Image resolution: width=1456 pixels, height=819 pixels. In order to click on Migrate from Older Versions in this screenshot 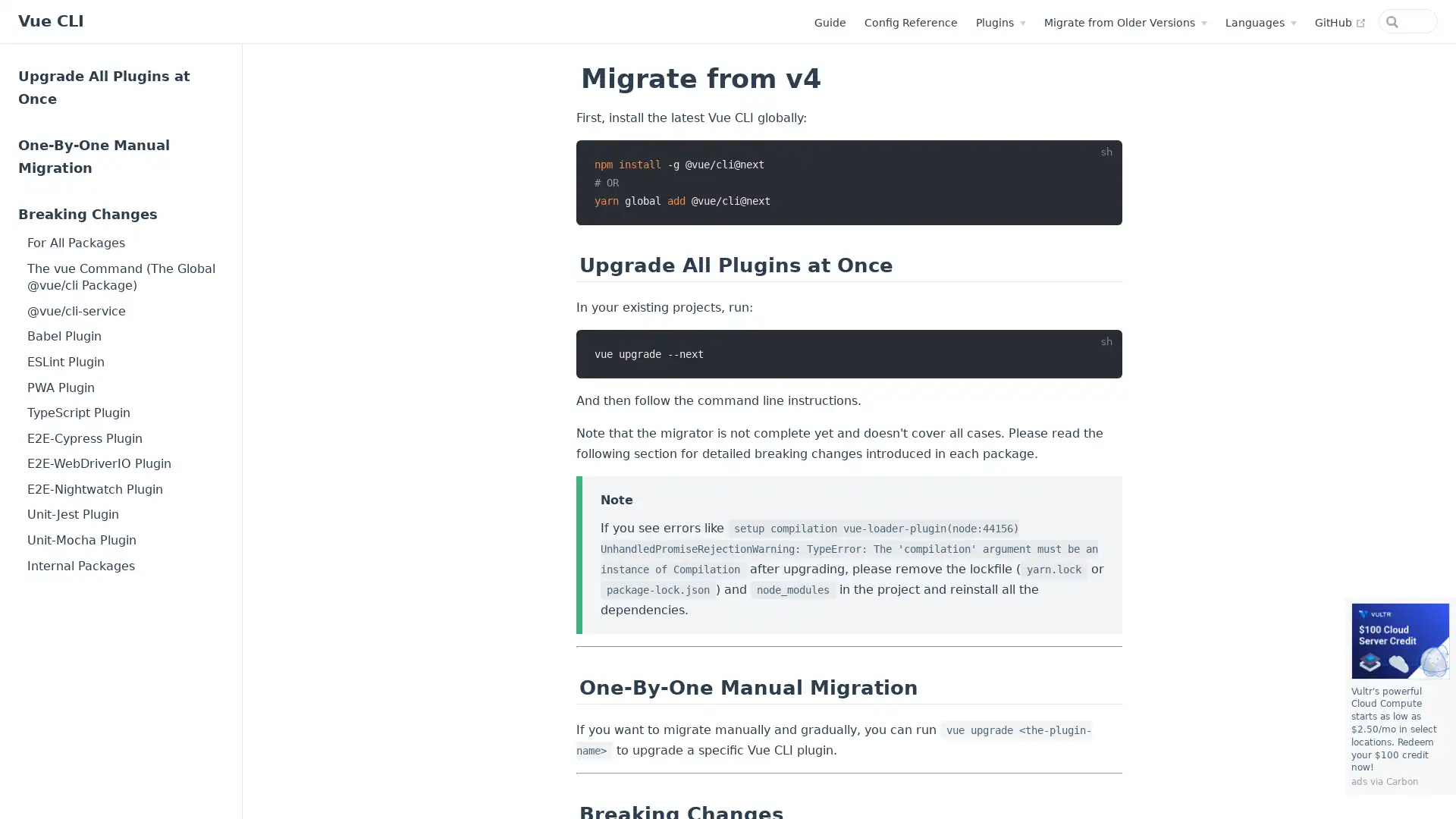, I will do `click(1062, 23)`.